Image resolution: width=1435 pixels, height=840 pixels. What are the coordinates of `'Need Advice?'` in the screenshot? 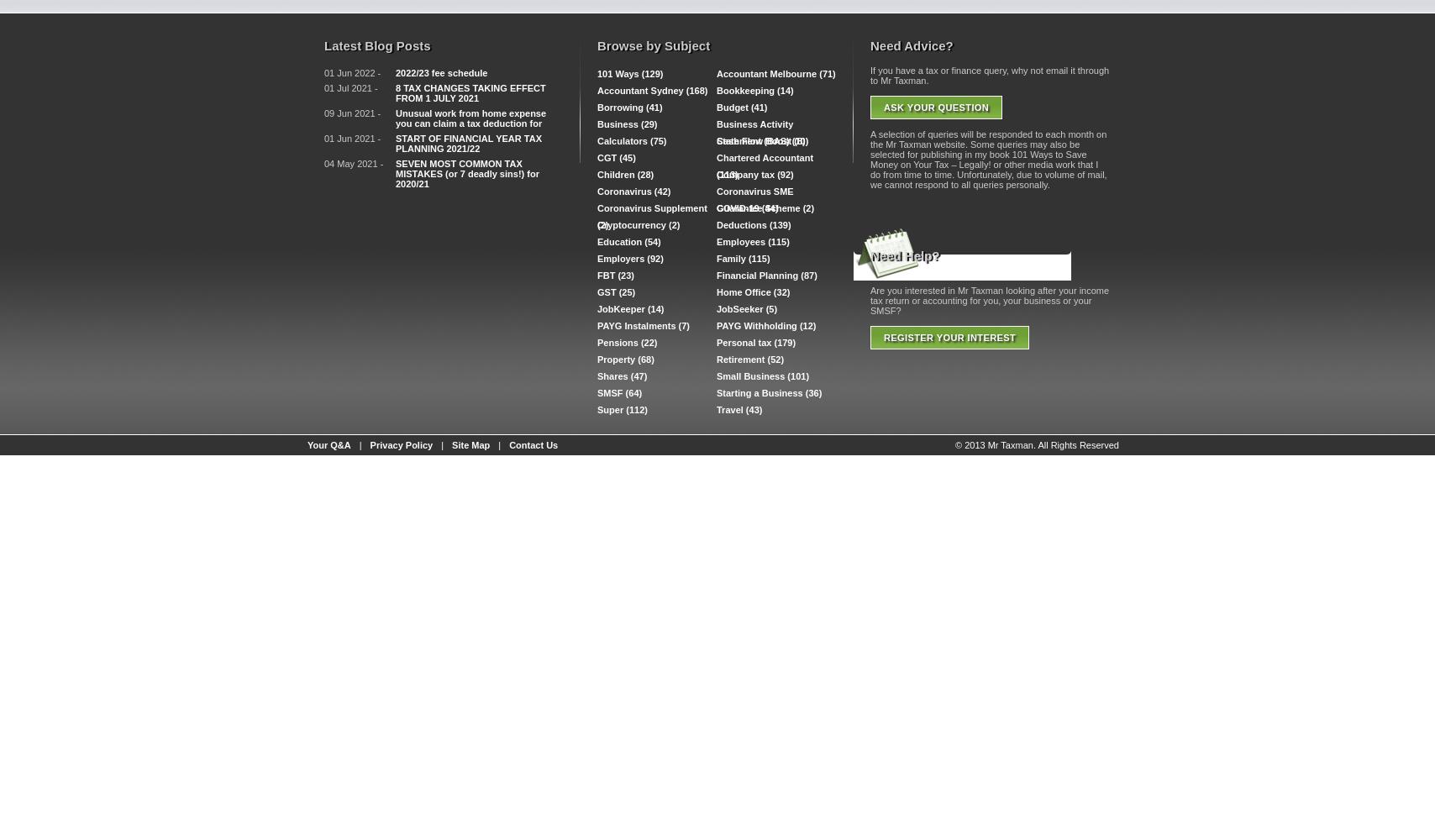 It's located at (911, 45).